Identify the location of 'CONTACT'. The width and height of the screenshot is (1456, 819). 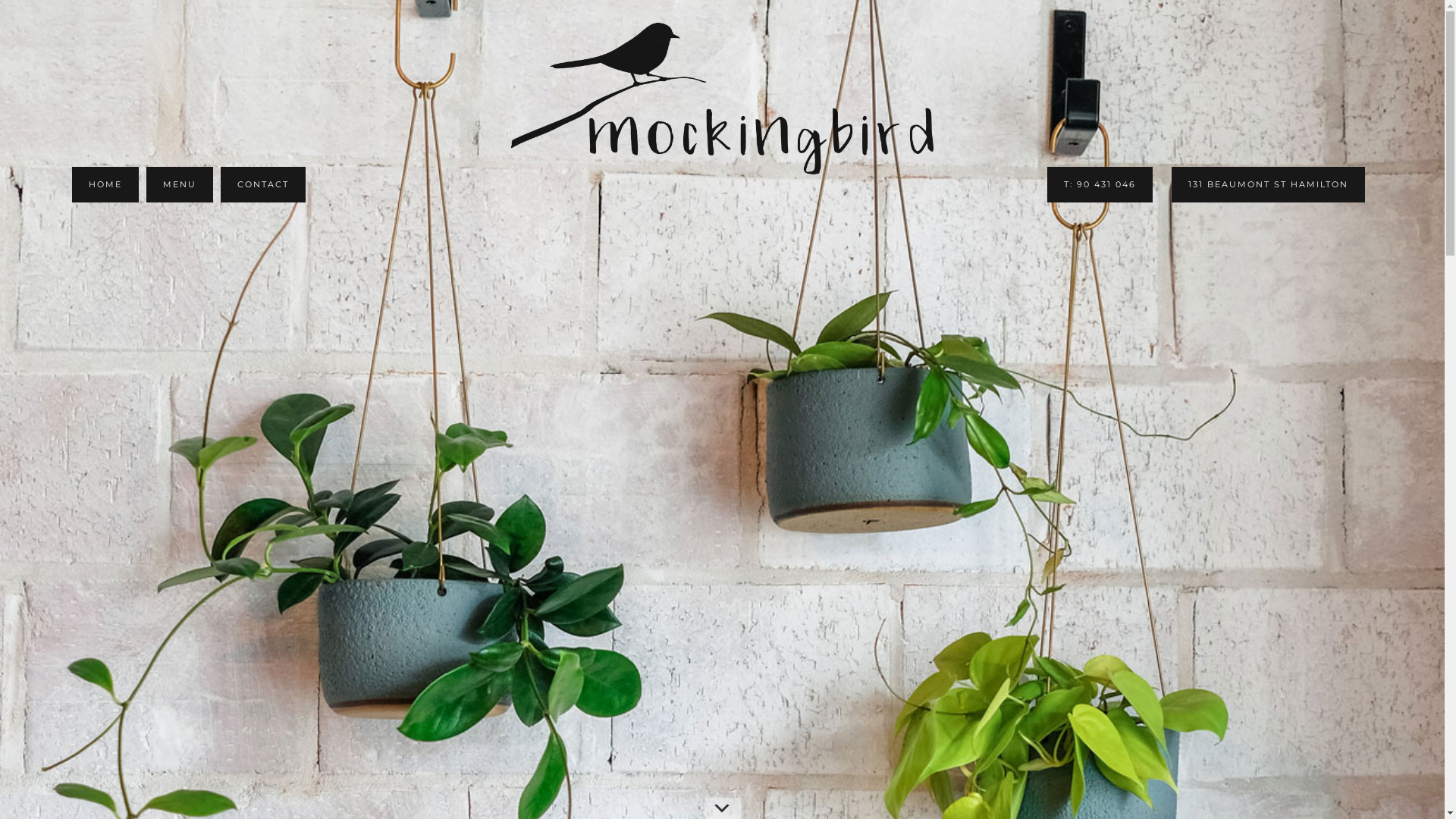
(220, 184).